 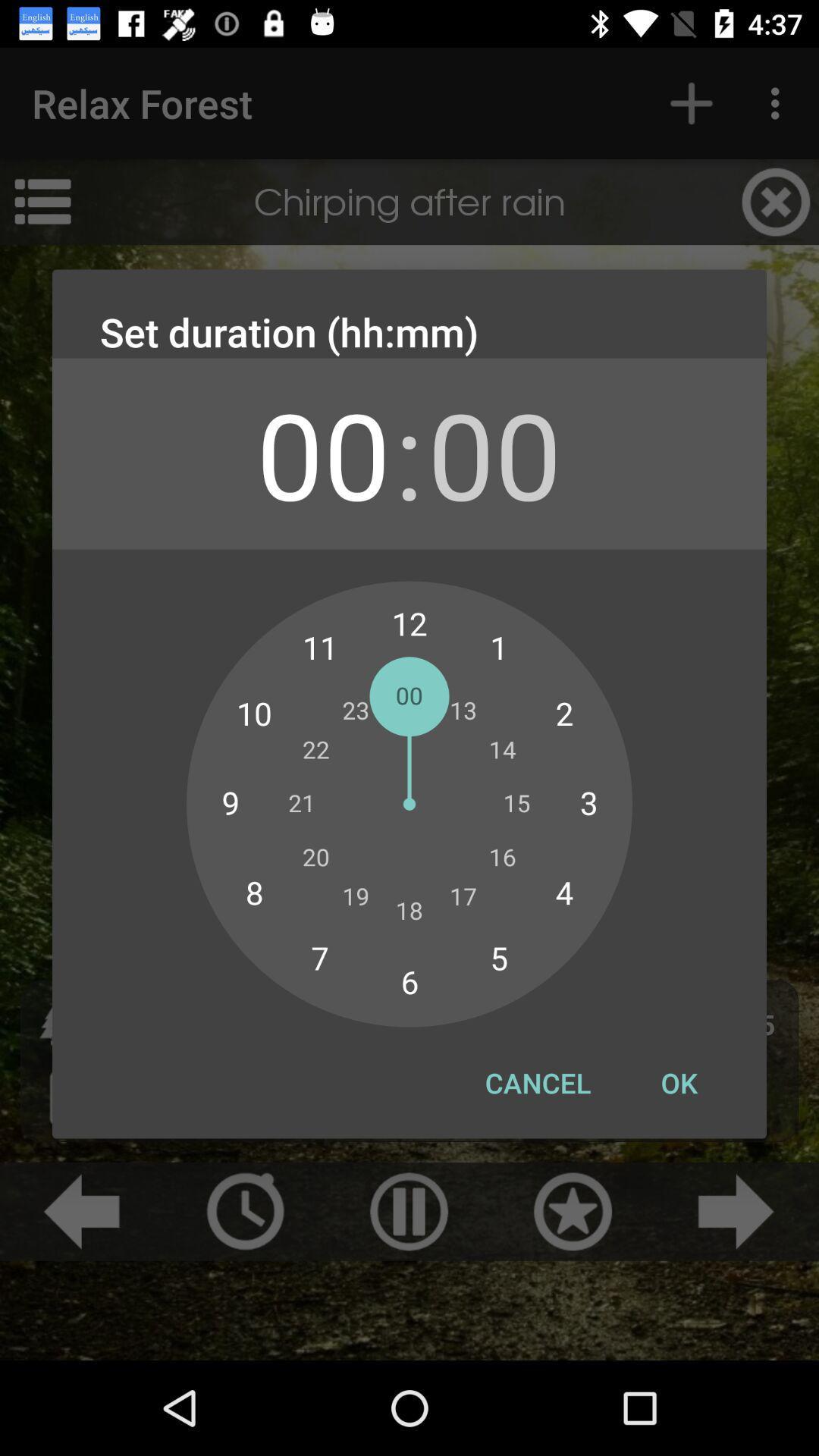 I want to click on the icon to the right of cancel button, so click(x=678, y=1082).